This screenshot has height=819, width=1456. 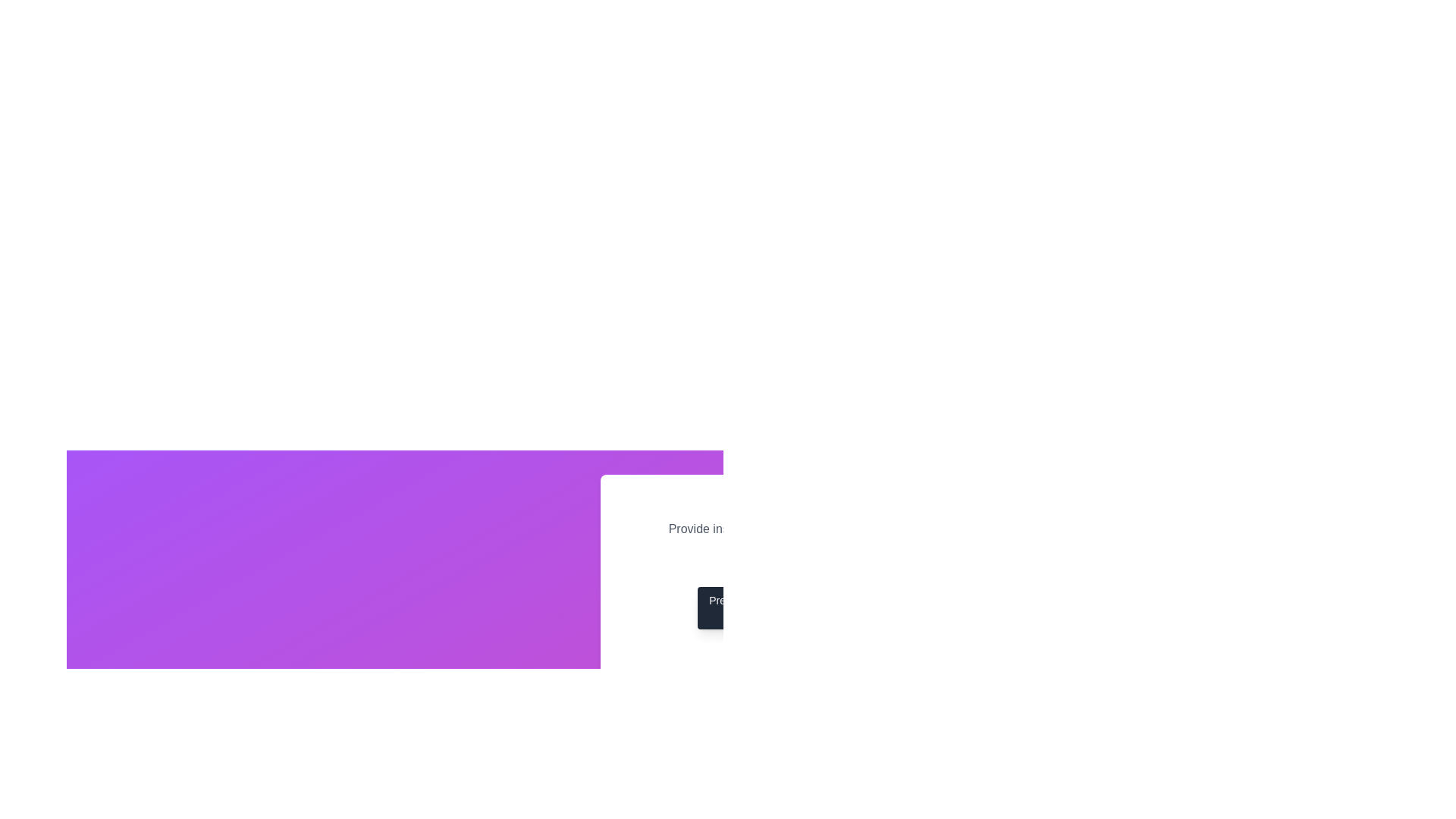 What do you see at coordinates (761, 565) in the screenshot?
I see `the circle SVG element, which represents a 'help' or 'information' feature, located near the lower right portion of the interface` at bounding box center [761, 565].